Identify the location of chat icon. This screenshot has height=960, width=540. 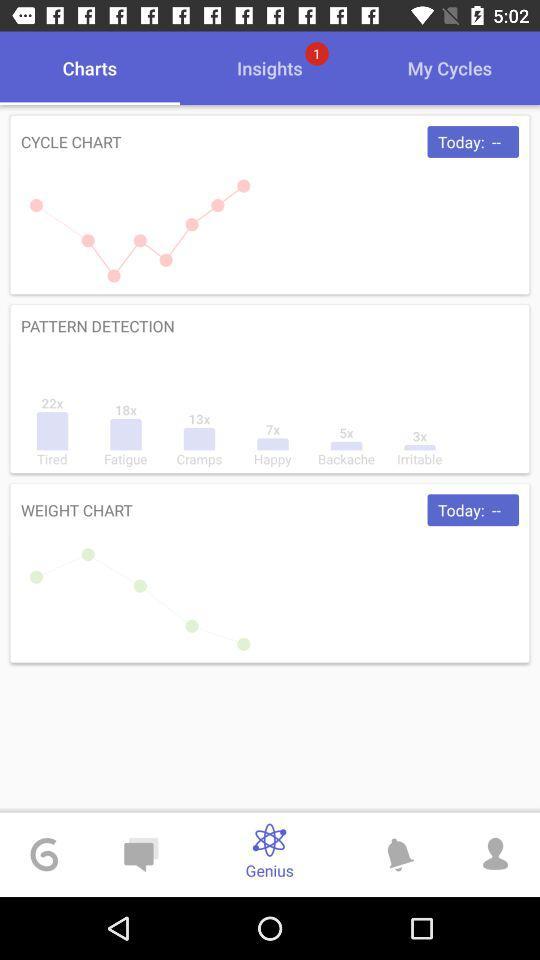
(139, 853).